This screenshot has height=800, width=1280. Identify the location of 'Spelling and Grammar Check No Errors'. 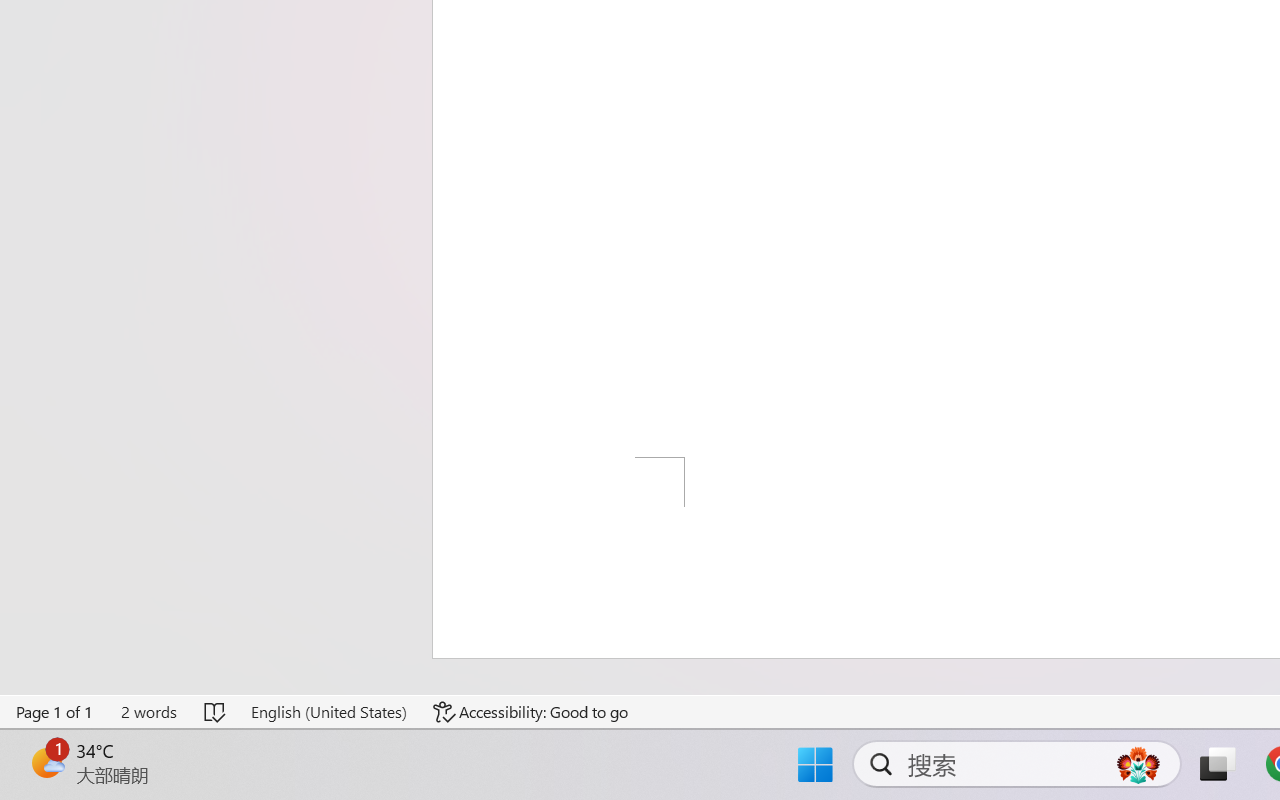
(216, 711).